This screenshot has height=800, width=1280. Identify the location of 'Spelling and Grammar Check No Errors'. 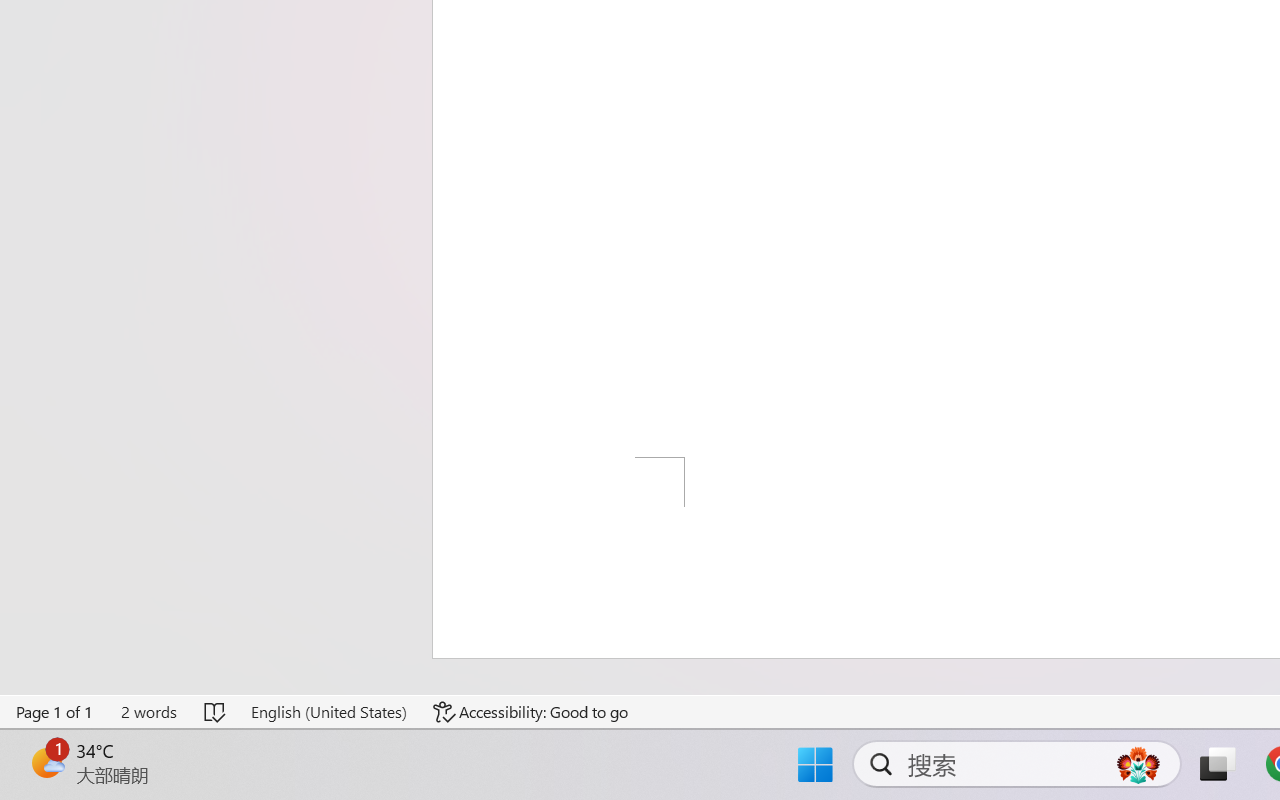
(216, 711).